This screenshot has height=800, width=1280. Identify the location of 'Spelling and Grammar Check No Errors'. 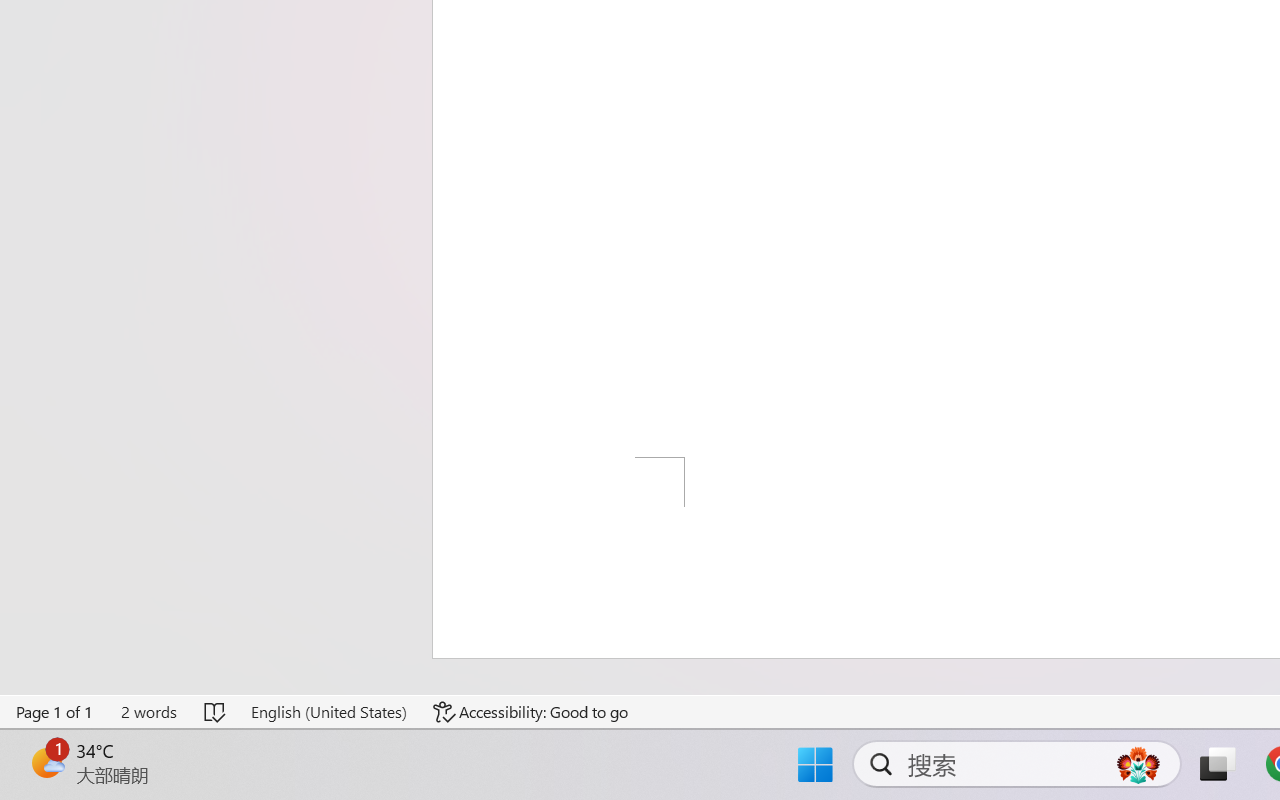
(216, 711).